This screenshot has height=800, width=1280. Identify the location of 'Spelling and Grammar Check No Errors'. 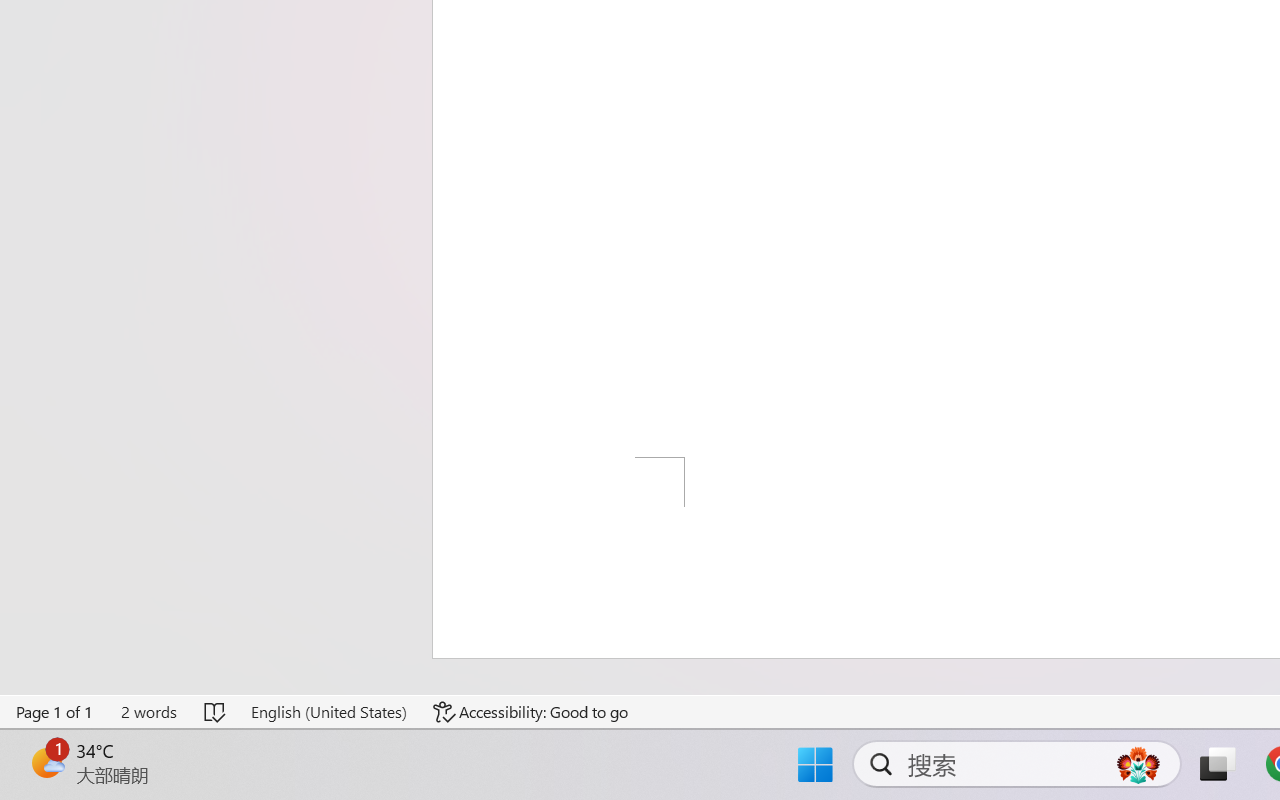
(216, 711).